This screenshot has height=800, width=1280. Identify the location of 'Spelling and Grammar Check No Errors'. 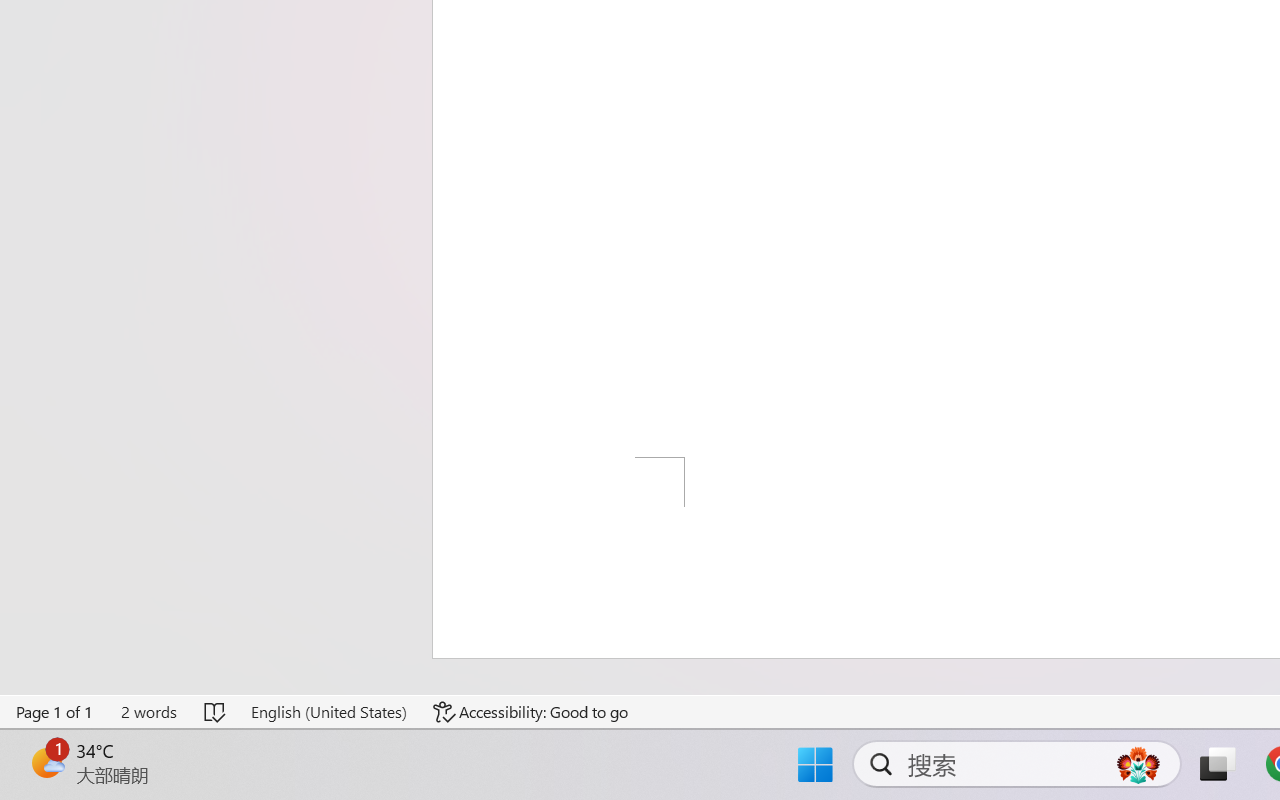
(216, 711).